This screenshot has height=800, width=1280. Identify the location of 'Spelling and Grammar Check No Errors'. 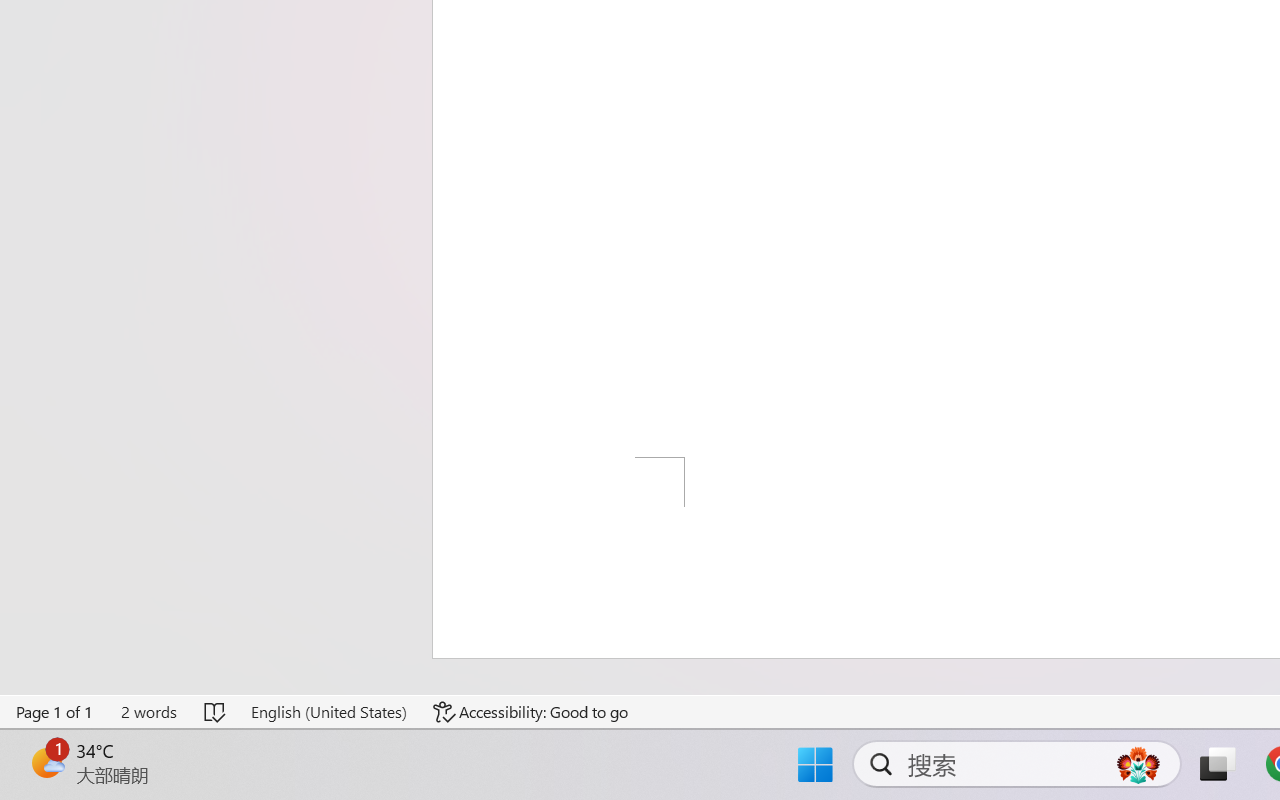
(216, 711).